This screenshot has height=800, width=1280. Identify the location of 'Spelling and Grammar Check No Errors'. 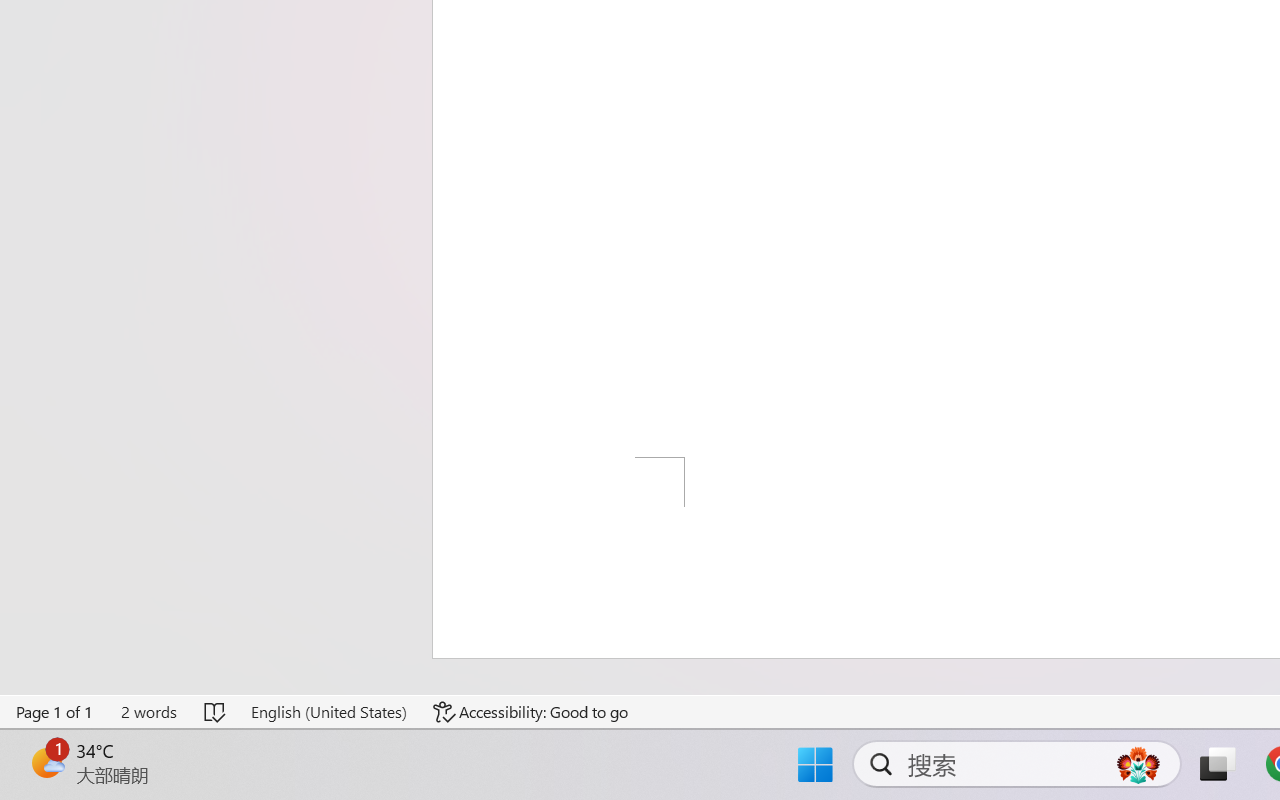
(216, 711).